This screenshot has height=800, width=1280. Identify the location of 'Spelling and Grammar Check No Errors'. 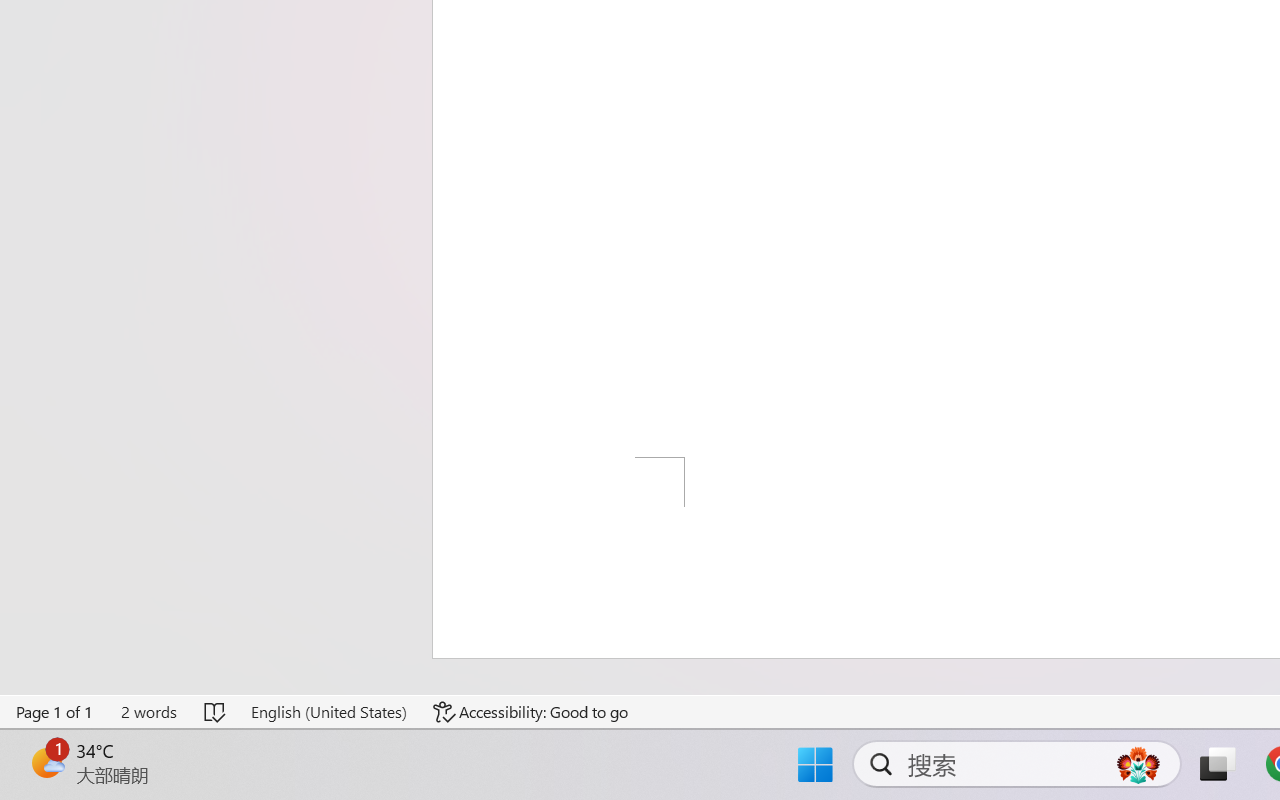
(216, 711).